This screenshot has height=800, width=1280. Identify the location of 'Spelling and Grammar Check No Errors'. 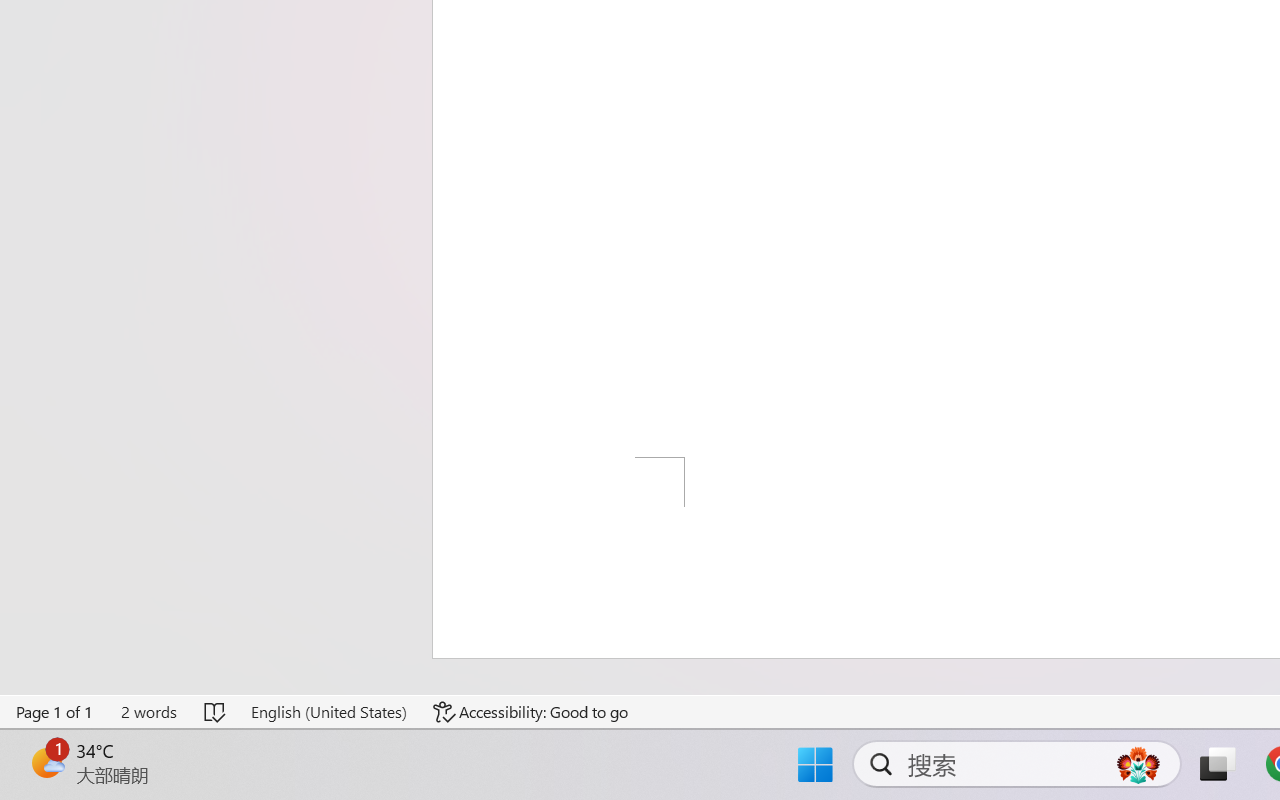
(216, 711).